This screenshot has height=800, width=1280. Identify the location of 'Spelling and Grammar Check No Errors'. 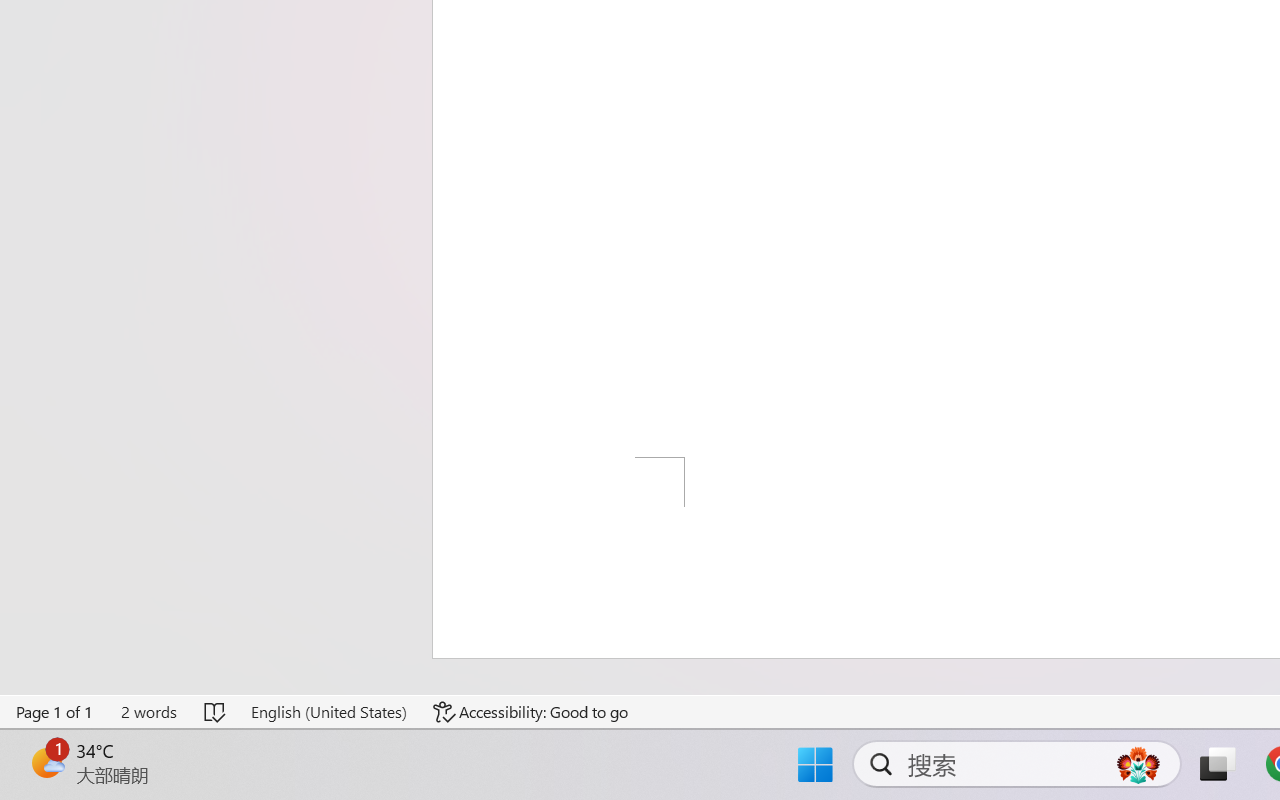
(216, 711).